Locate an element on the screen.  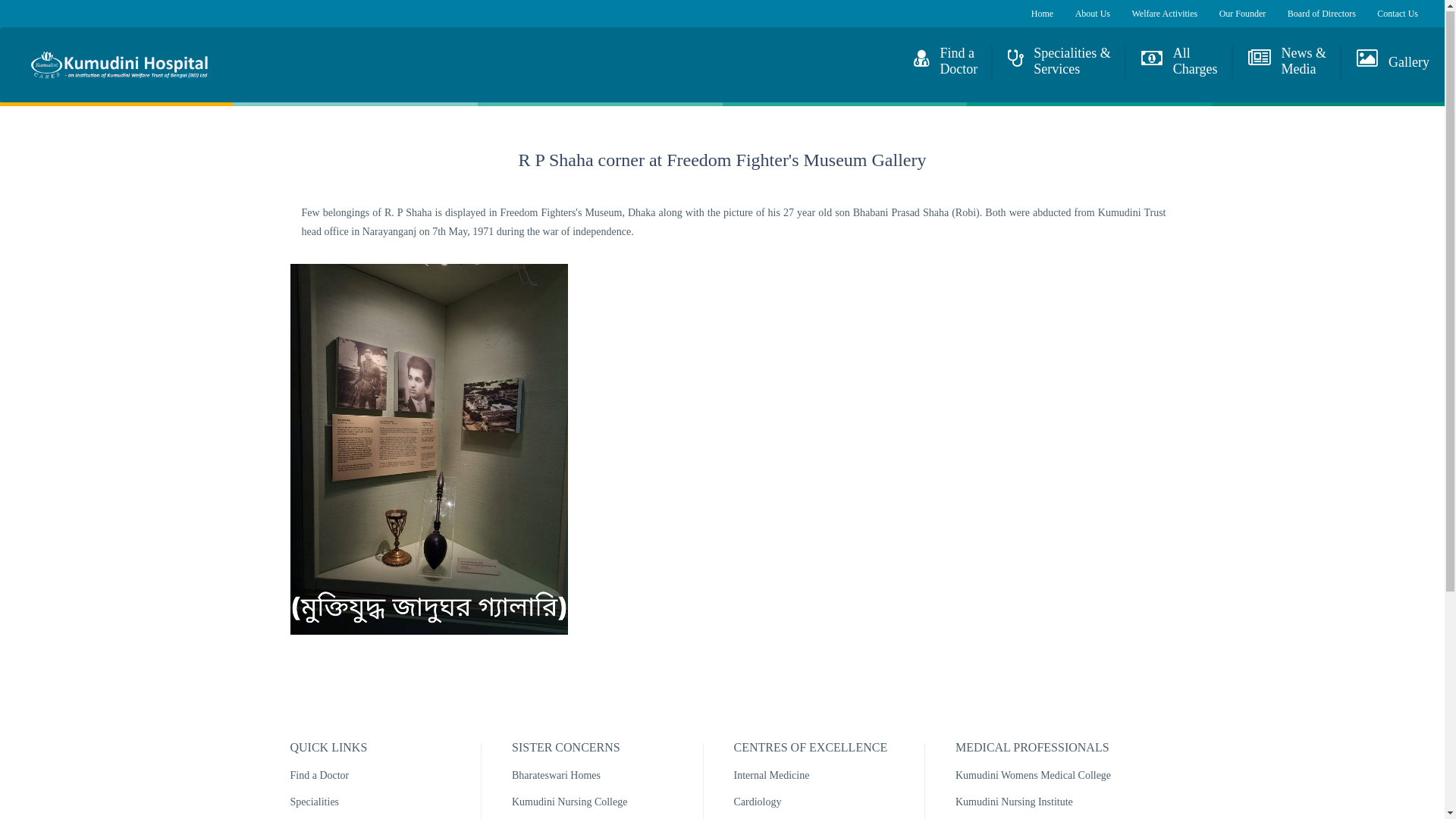
'Kumudini Womens Medical College' is located at coordinates (1032, 776).